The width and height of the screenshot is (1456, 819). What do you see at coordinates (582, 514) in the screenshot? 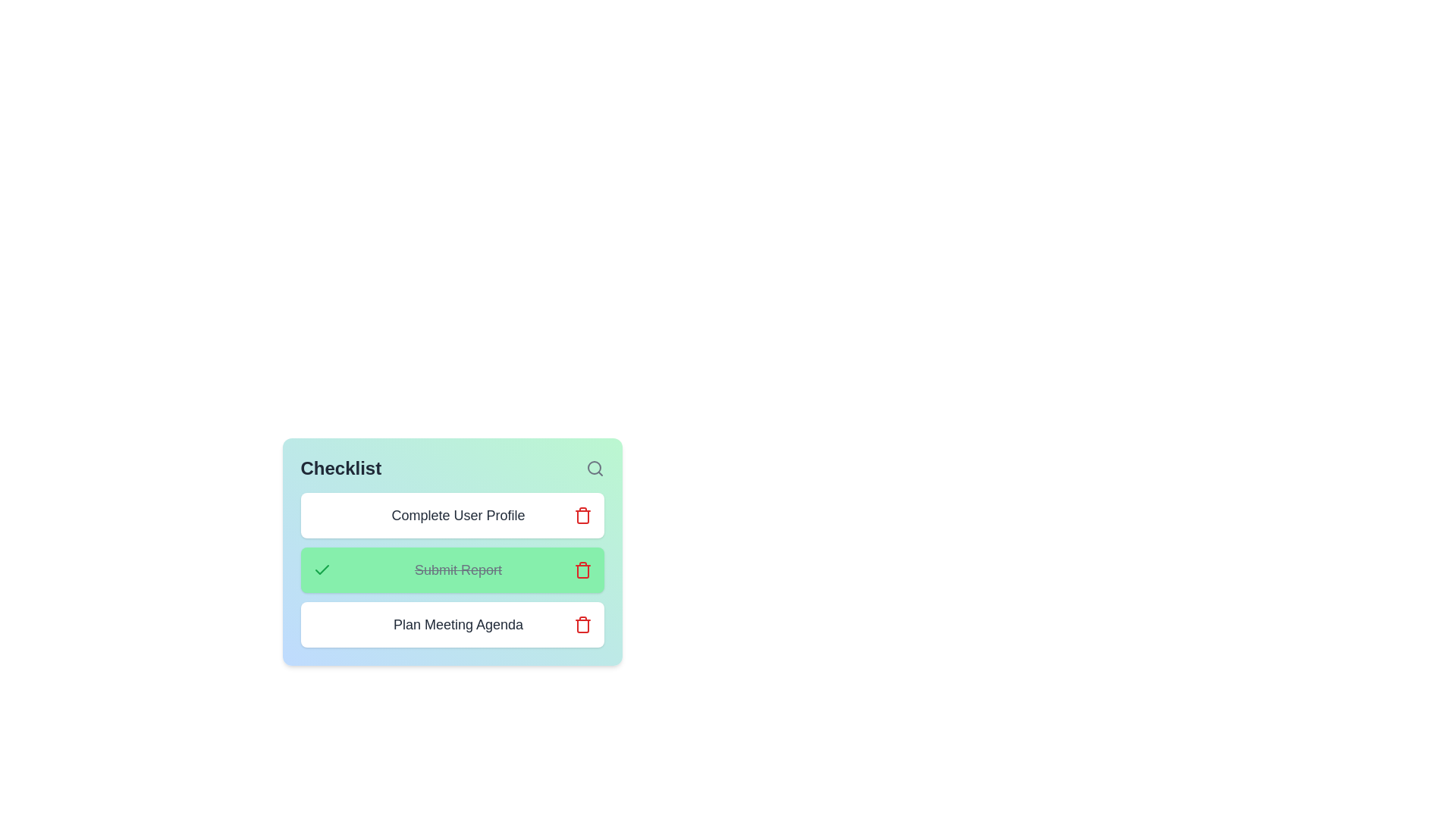
I see `trash icon next to the task named 'Complete User Profile' to delete it` at bounding box center [582, 514].